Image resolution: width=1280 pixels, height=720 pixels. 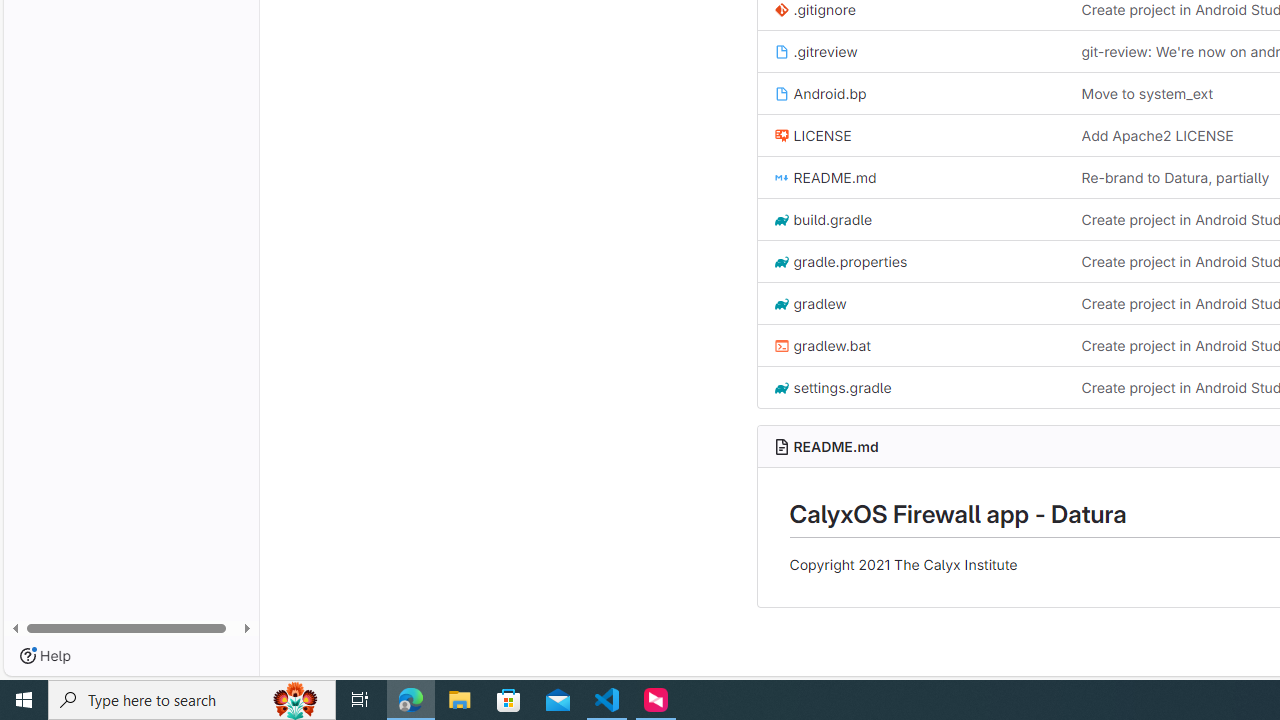 What do you see at coordinates (812, 135) in the screenshot?
I see `'LICENSE'` at bounding box center [812, 135].